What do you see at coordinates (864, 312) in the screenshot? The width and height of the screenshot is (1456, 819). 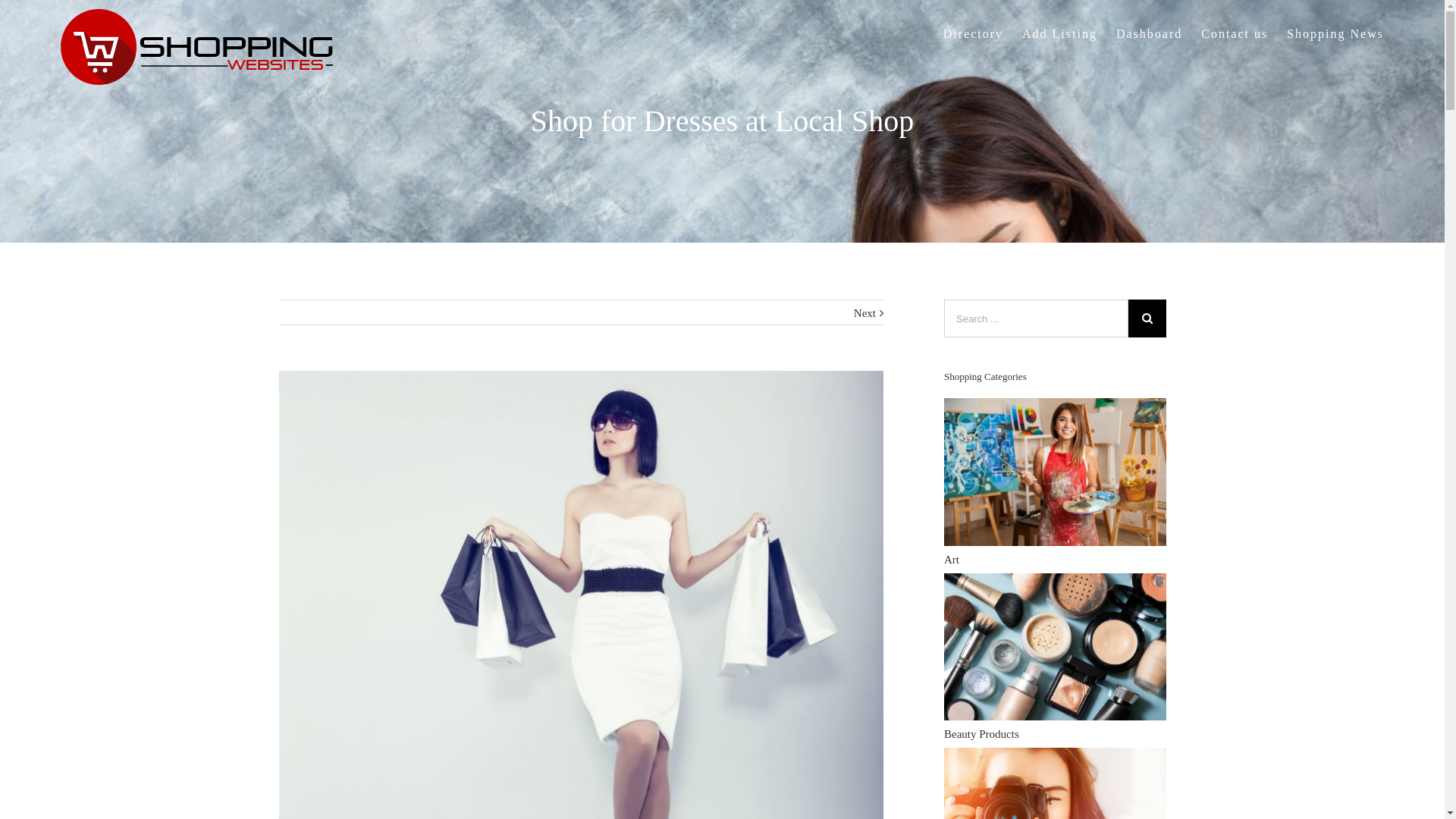 I see `'Next'` at bounding box center [864, 312].